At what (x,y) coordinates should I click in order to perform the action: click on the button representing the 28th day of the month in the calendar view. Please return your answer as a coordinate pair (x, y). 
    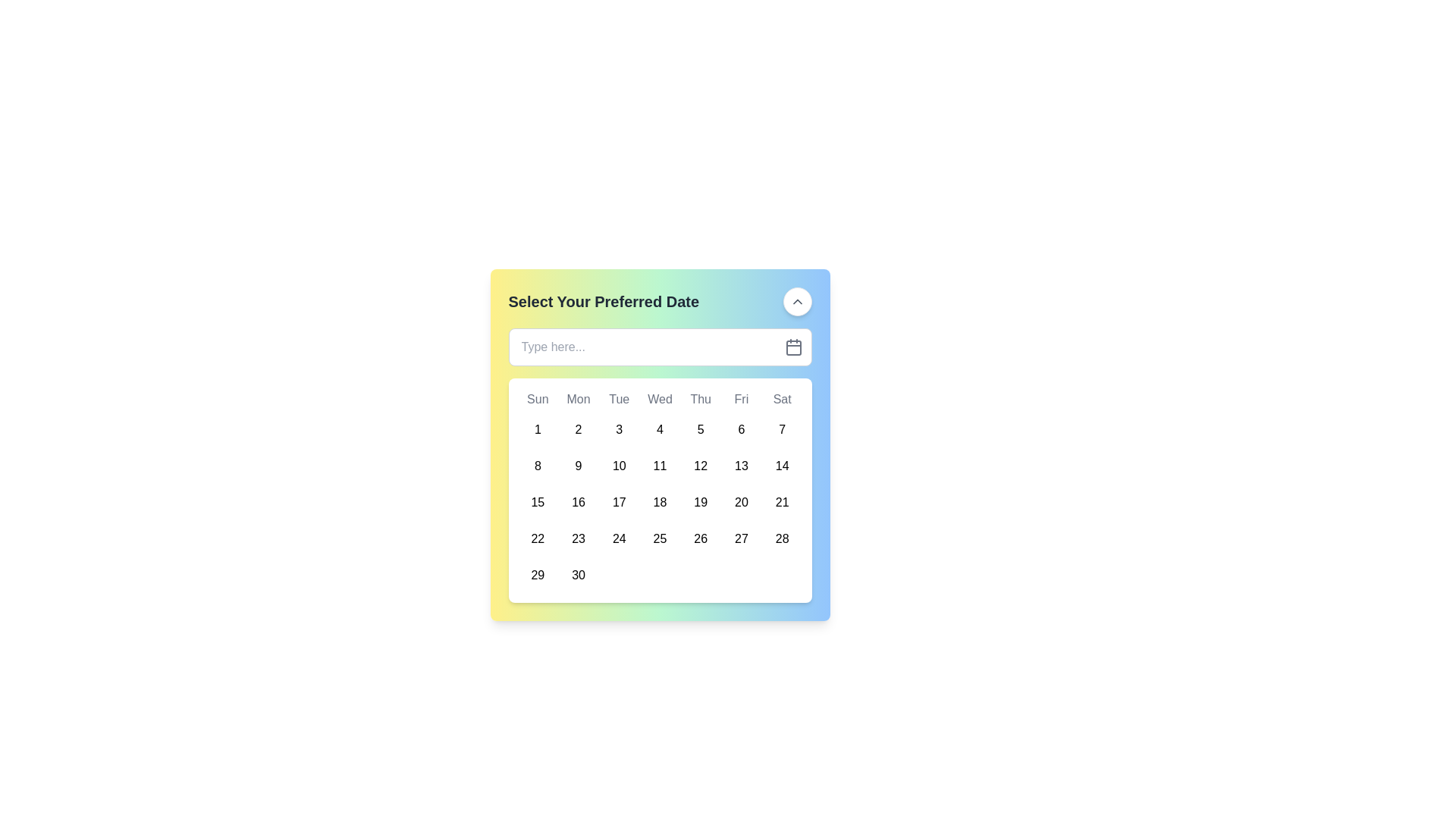
    Looking at the image, I should click on (782, 538).